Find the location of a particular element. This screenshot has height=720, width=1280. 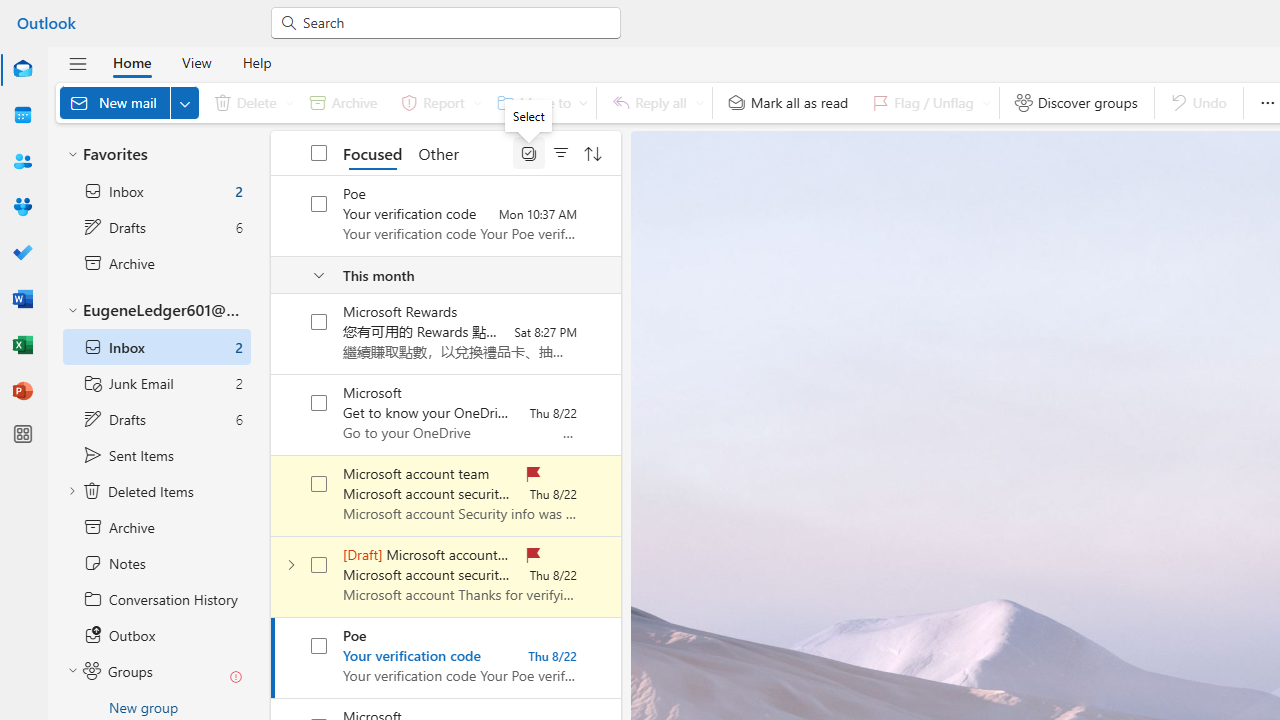

'Home' is located at coordinates (131, 61).